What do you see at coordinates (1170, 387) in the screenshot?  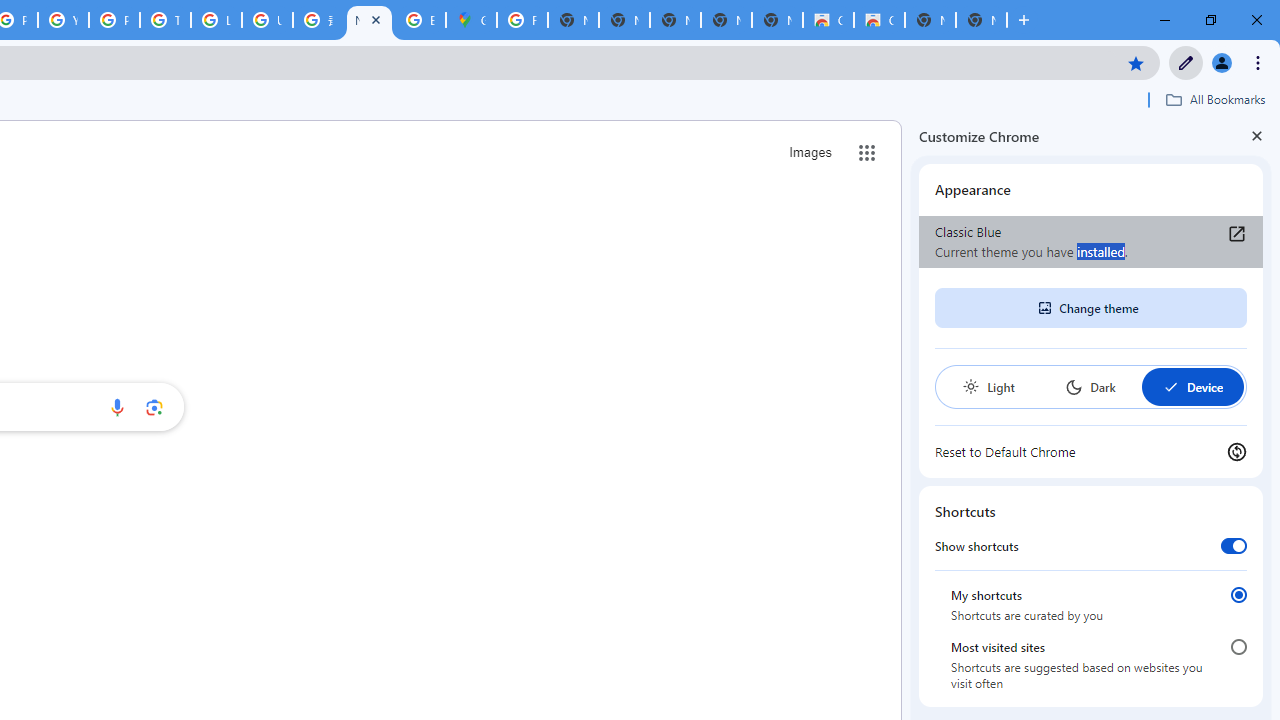 I see `'AutomationID: baseSvg'` at bounding box center [1170, 387].